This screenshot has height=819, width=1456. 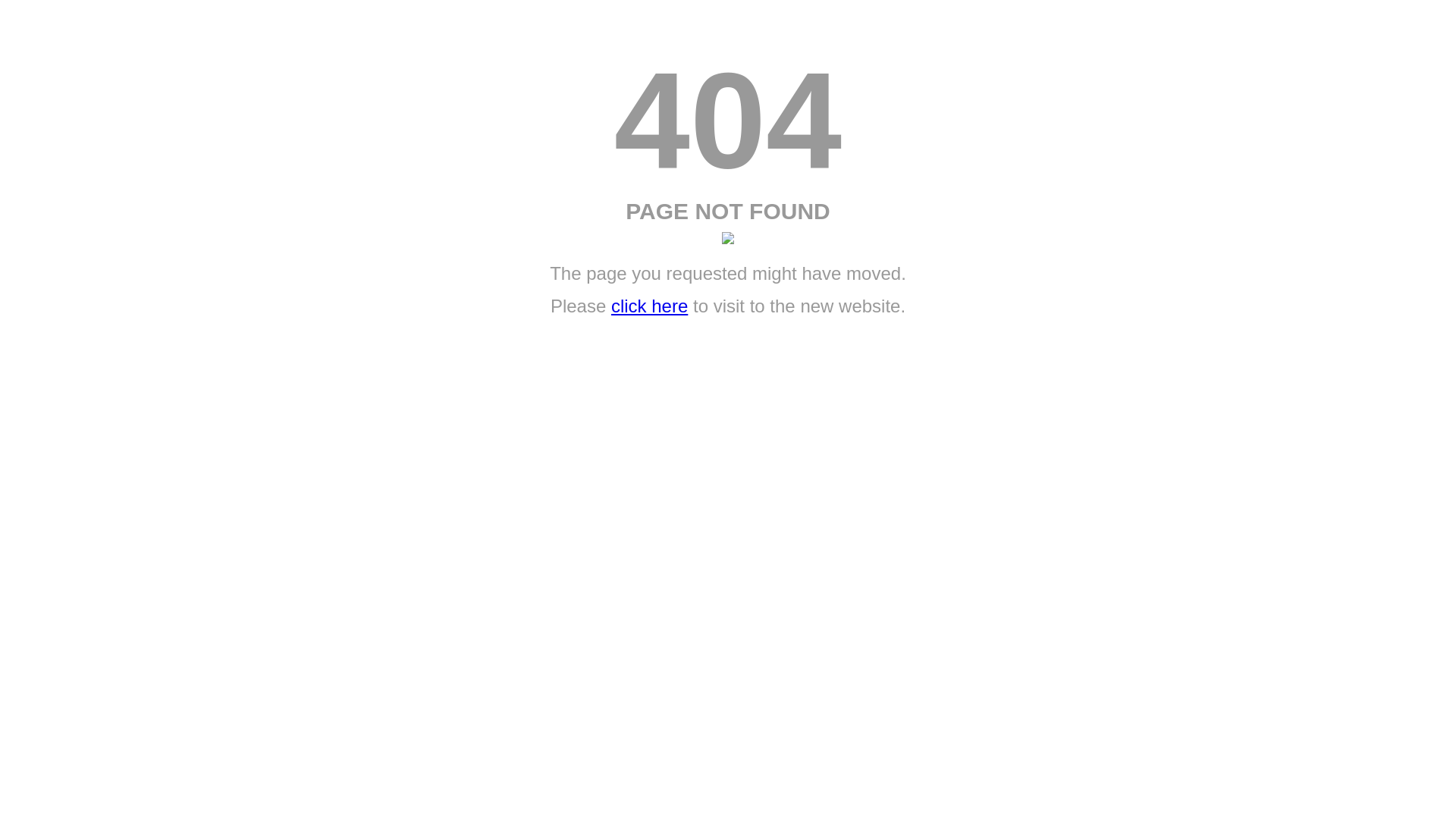 What do you see at coordinates (611, 306) in the screenshot?
I see `'click here'` at bounding box center [611, 306].